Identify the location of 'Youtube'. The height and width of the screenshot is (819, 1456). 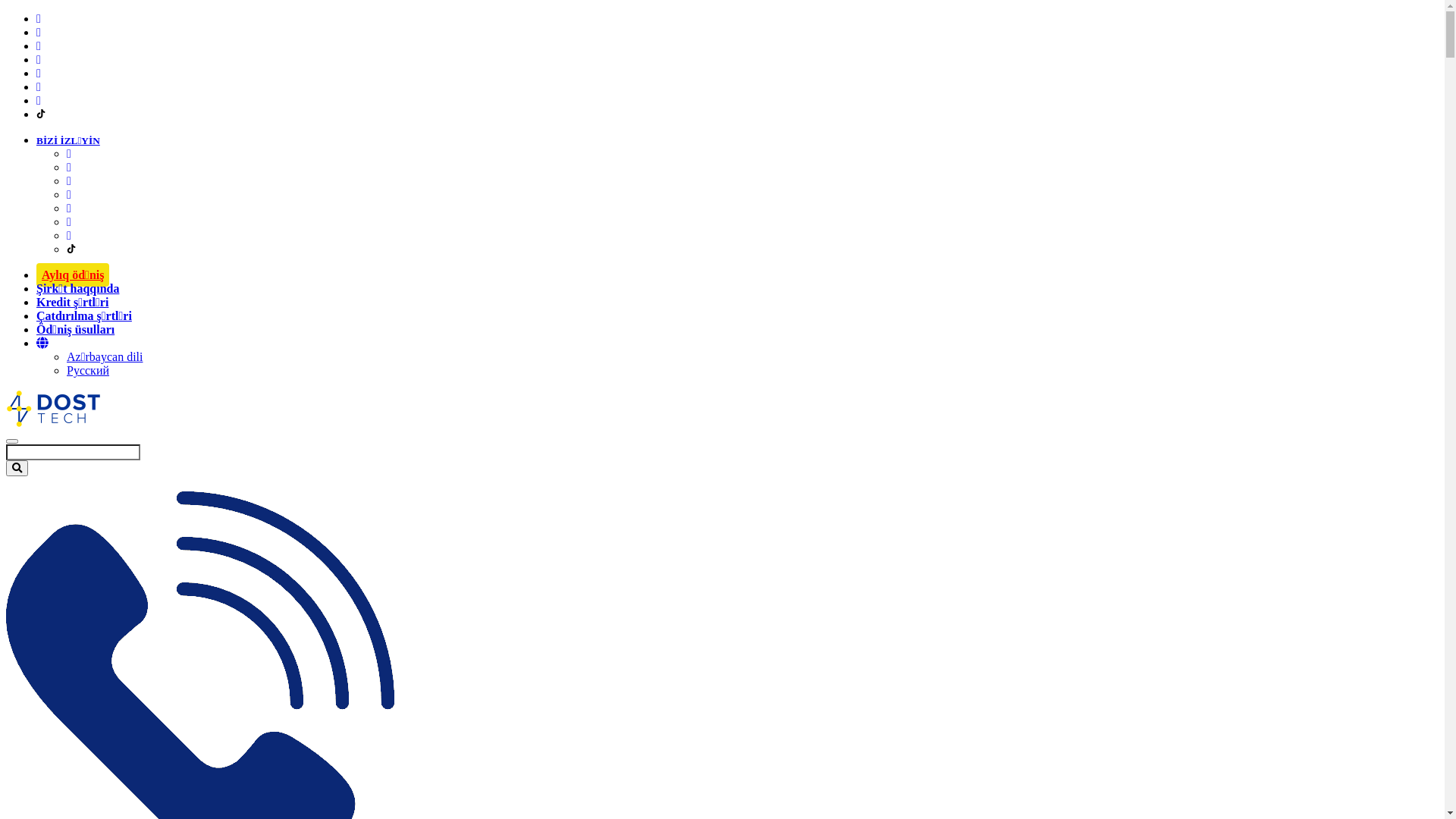
(68, 193).